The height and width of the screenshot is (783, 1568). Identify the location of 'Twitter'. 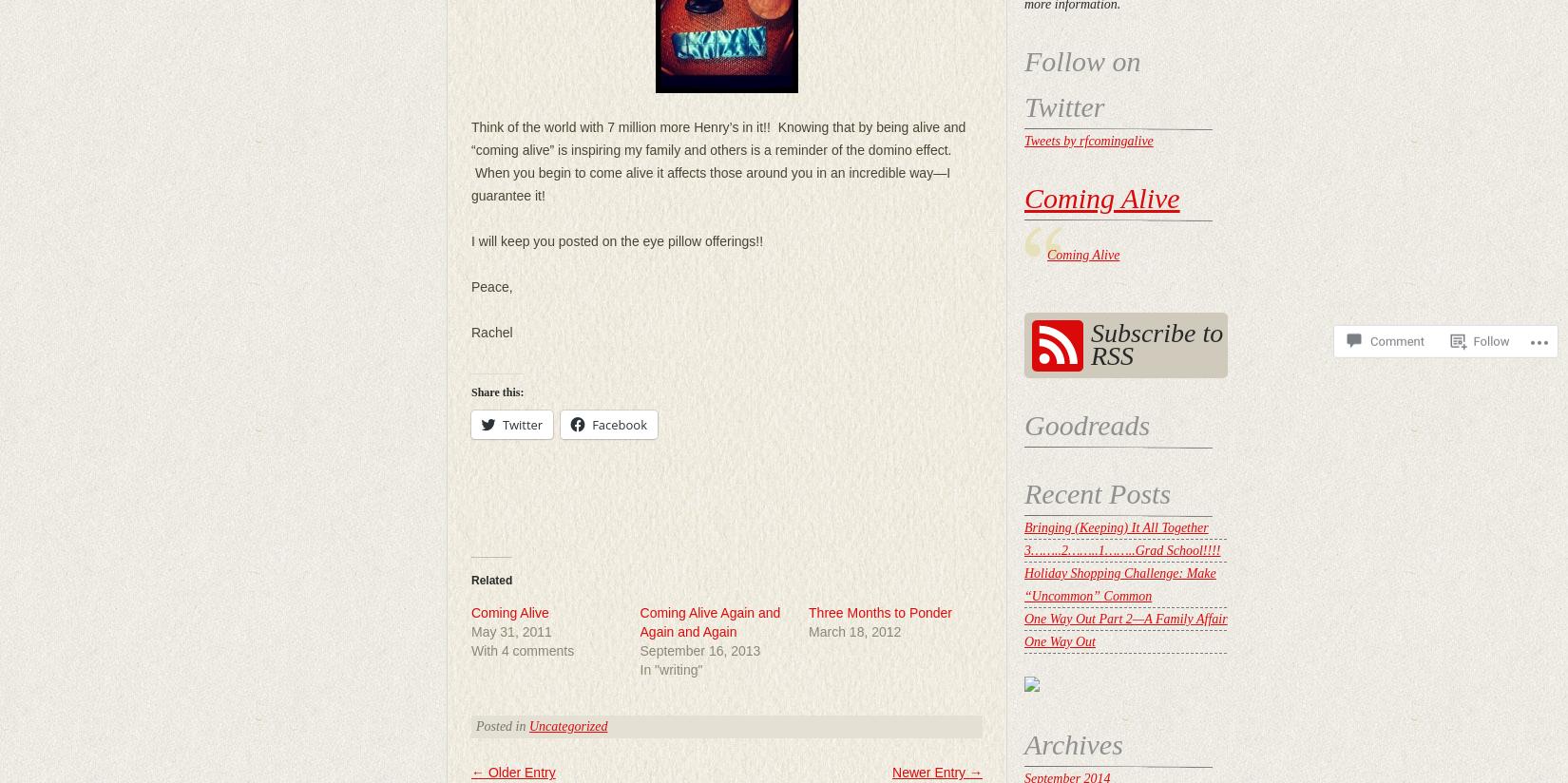
(521, 425).